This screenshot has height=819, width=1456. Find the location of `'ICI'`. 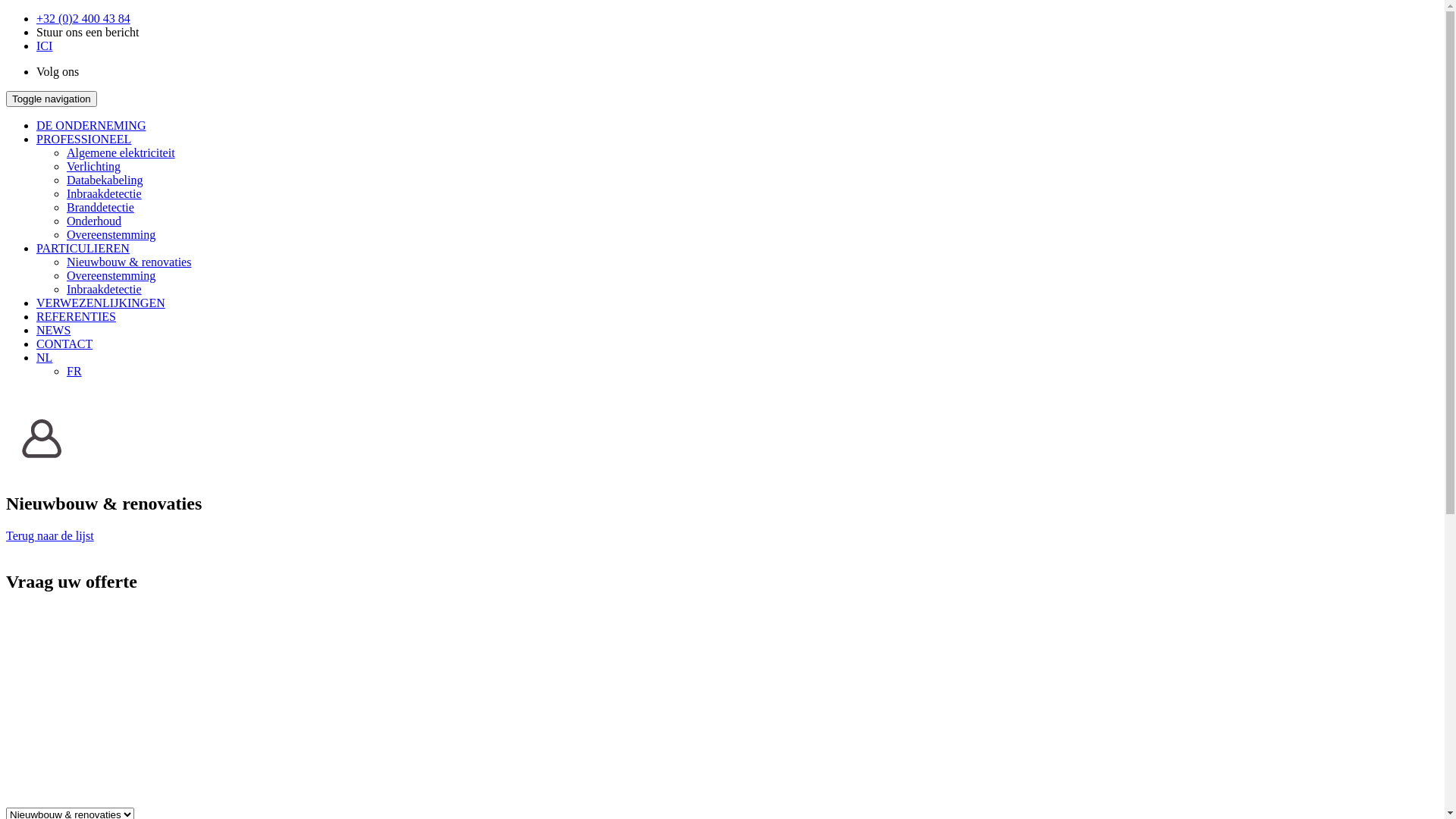

'ICI' is located at coordinates (44, 45).